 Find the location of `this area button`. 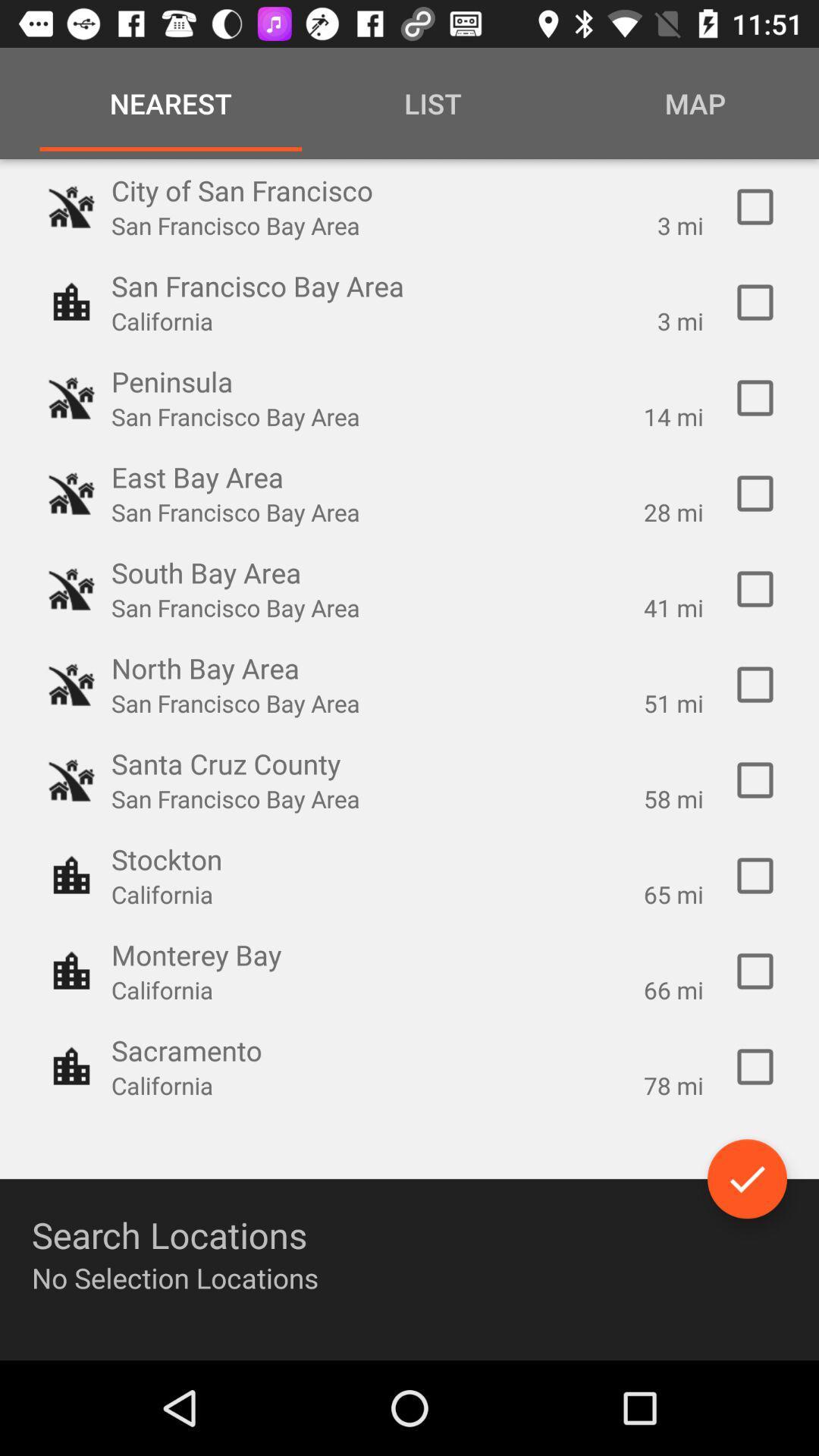

this area button is located at coordinates (755, 206).